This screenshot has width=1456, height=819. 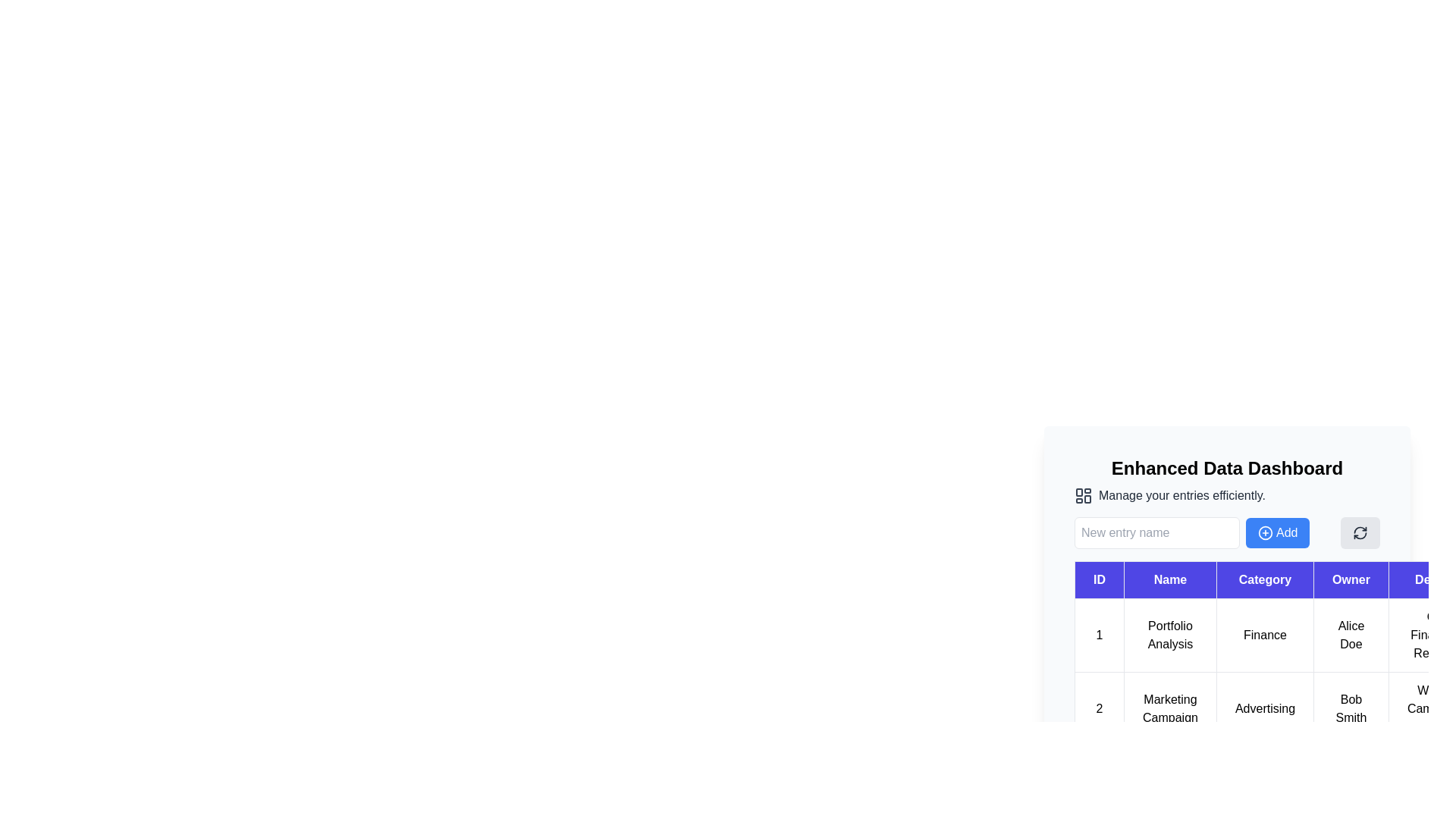 What do you see at coordinates (1099, 579) in the screenshot?
I see `the 'ID' column header cell in the table, which is located at the beginning of the header row and to the left of the 'Name' header` at bounding box center [1099, 579].